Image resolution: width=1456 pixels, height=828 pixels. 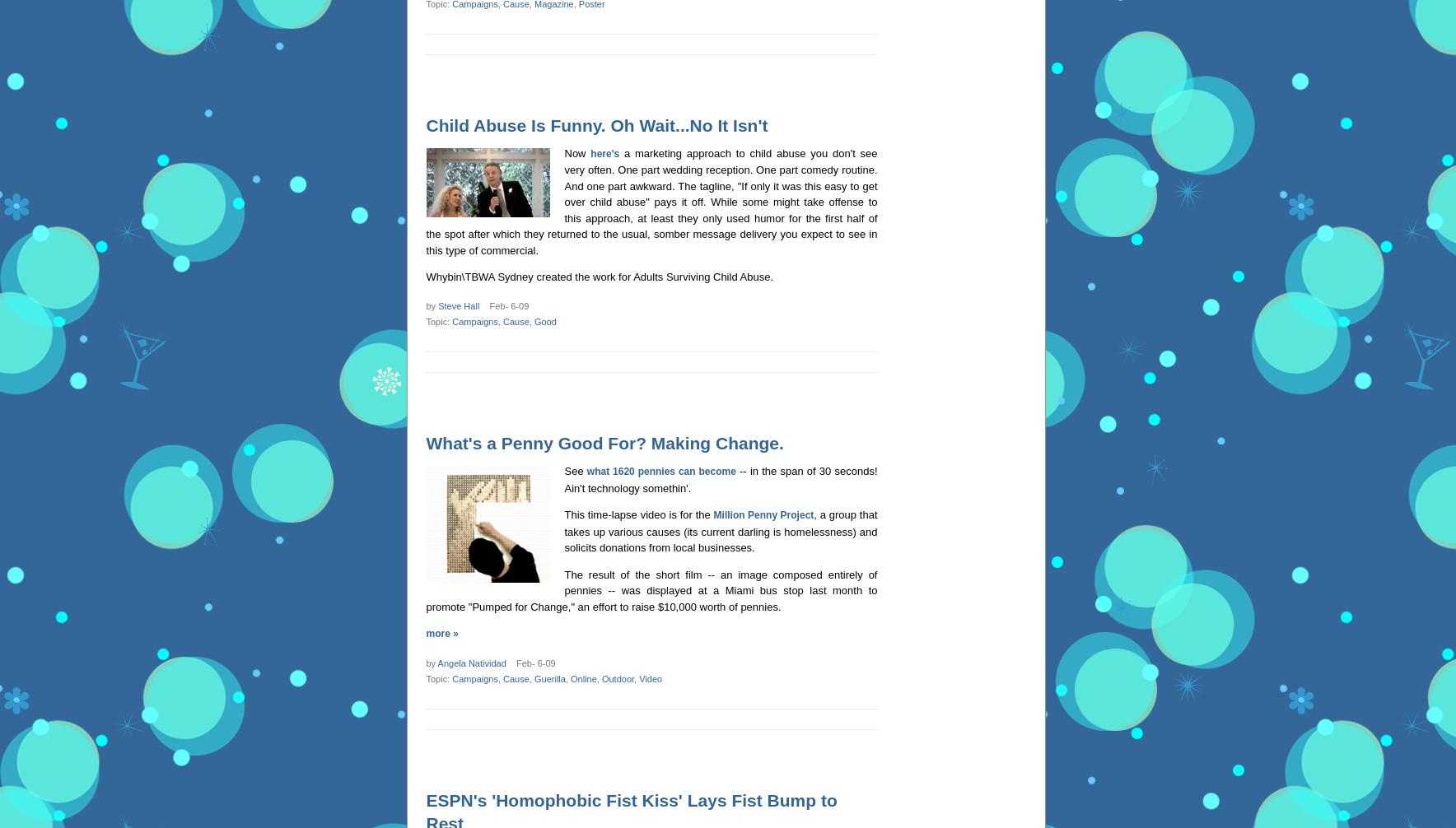 What do you see at coordinates (651, 201) in the screenshot?
I see `'a marketing approach to child abuse you don't see very often. One part wedding reception. One part comedy routine. And one part awkward. The tagline, "If only it was this easy to get over child abuse" pays it off. While some might take offense to this approach, at least they only used humor for the first half of the spot after which they returned to the usual, somber message delivery you expect to see in this type of commercial.'` at bounding box center [651, 201].